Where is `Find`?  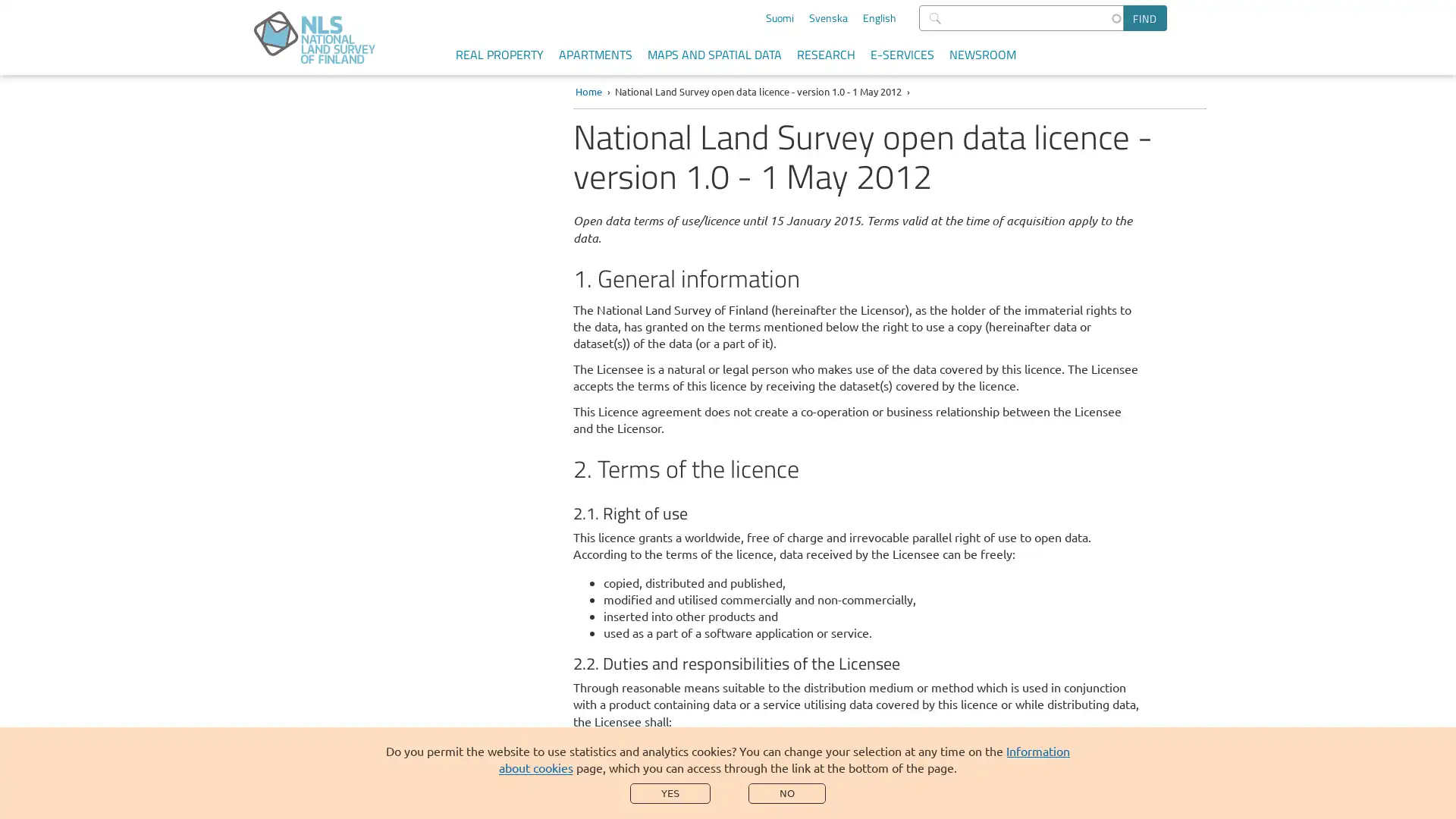 Find is located at coordinates (1145, 17).